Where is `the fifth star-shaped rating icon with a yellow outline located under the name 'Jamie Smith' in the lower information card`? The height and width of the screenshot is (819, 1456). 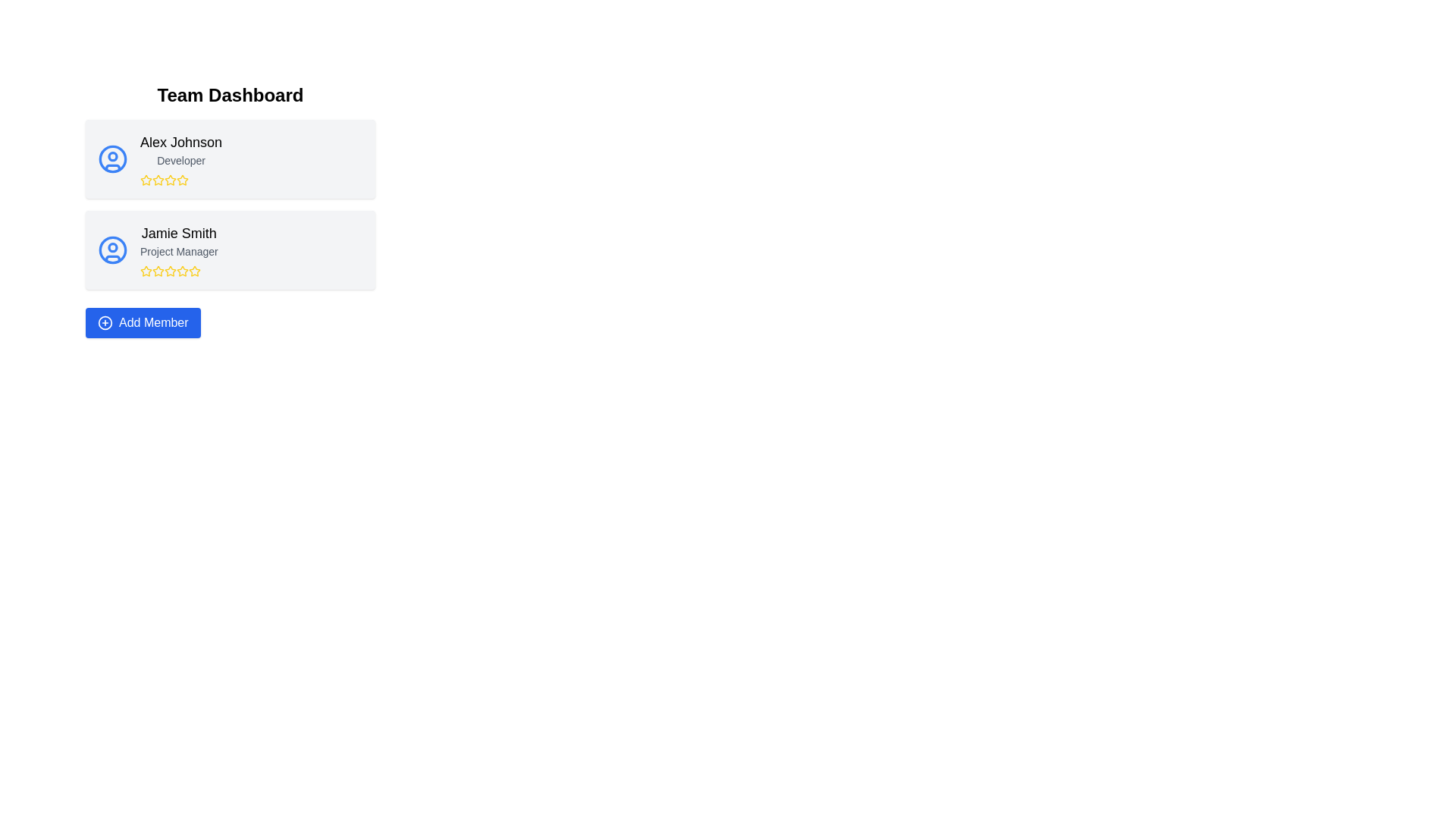 the fifth star-shaped rating icon with a yellow outline located under the name 'Jamie Smith' in the lower information card is located at coordinates (194, 271).